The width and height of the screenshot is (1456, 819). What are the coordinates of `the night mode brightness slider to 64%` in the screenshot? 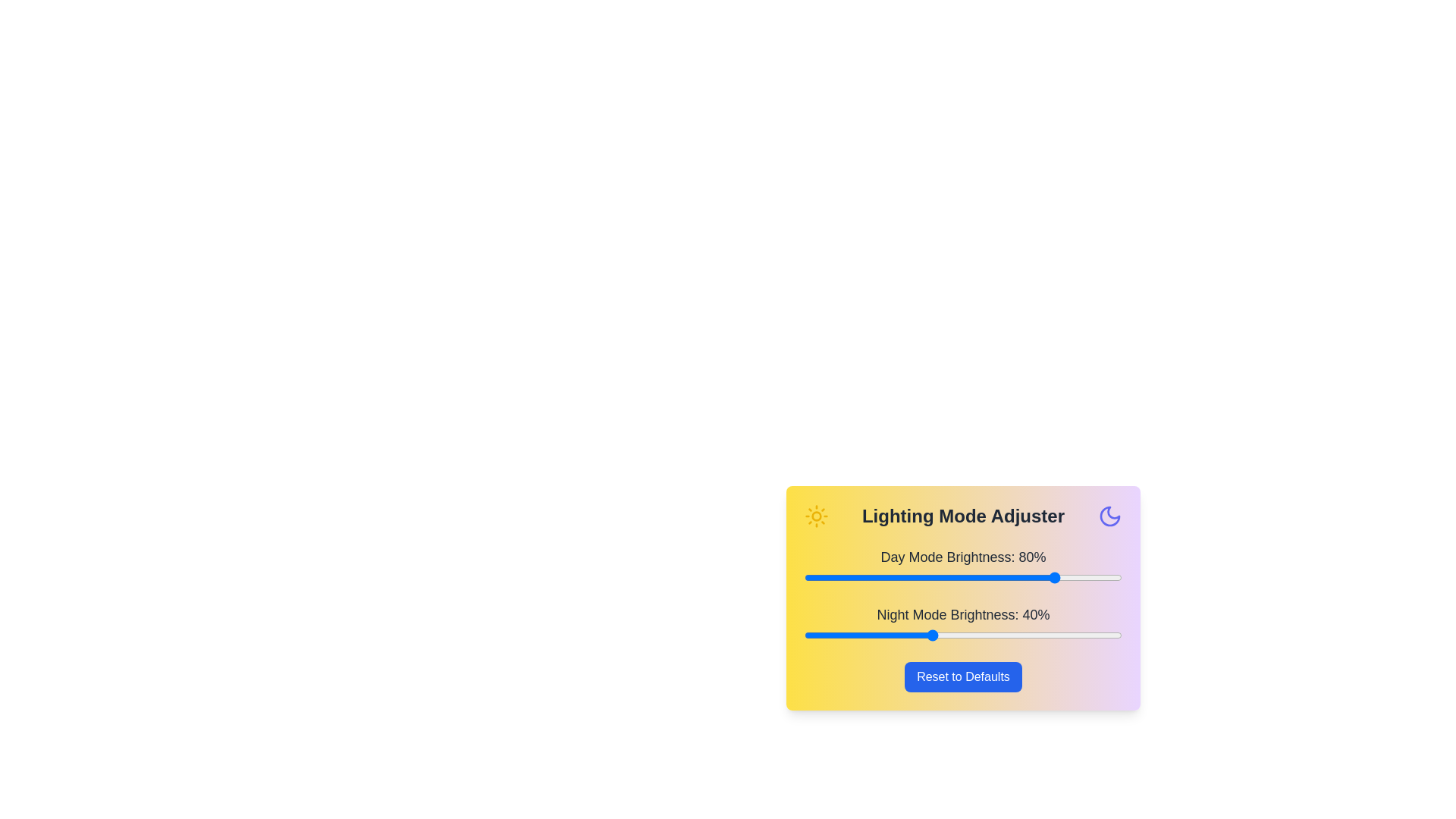 It's located at (1008, 635).